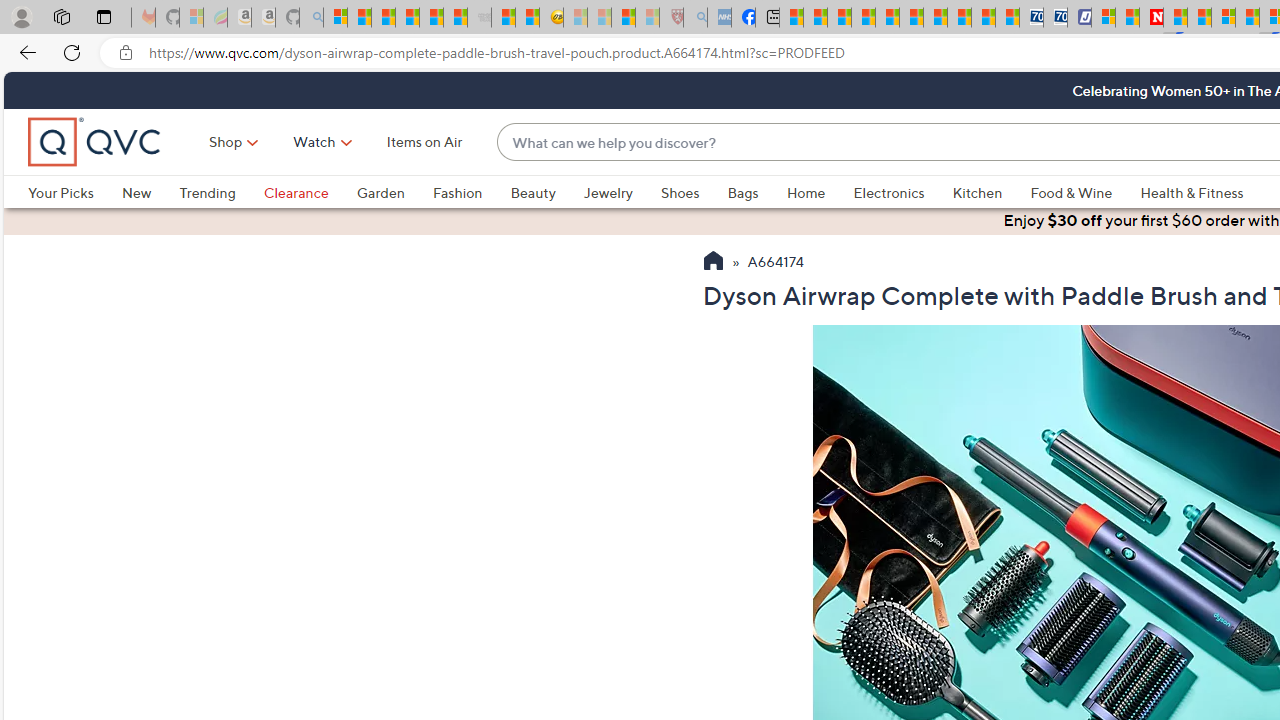 The height and width of the screenshot is (720, 1280). I want to click on 'Clearance', so click(294, 192).